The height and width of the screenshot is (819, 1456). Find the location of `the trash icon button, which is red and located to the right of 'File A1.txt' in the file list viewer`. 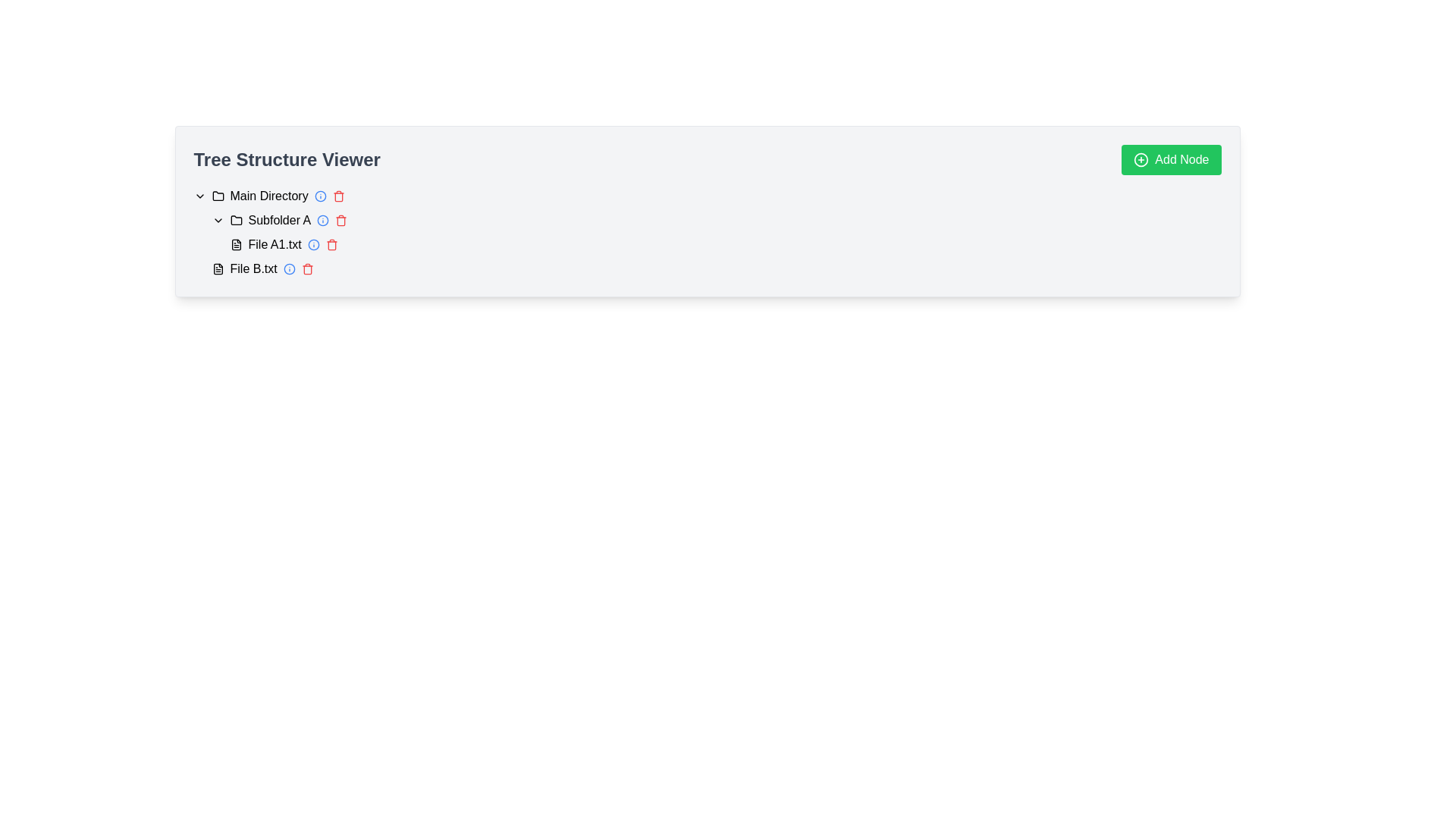

the trash icon button, which is red and located to the right of 'File A1.txt' in the file list viewer is located at coordinates (331, 244).